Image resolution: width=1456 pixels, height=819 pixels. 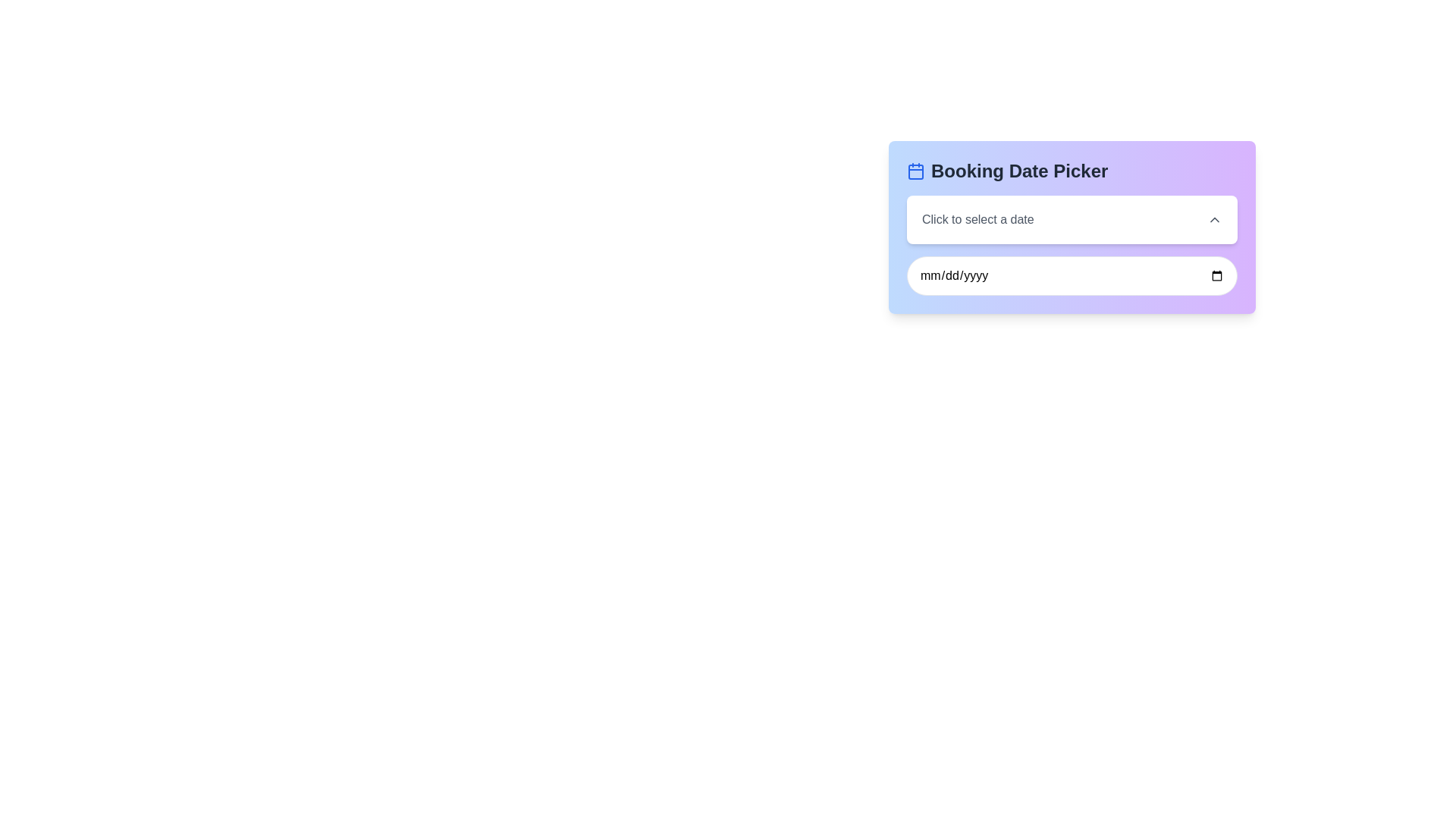 What do you see at coordinates (977, 219) in the screenshot?
I see `the Static Text Label that provides placeholder guidance for selecting a date, located in the left-central part of the date selection box` at bounding box center [977, 219].